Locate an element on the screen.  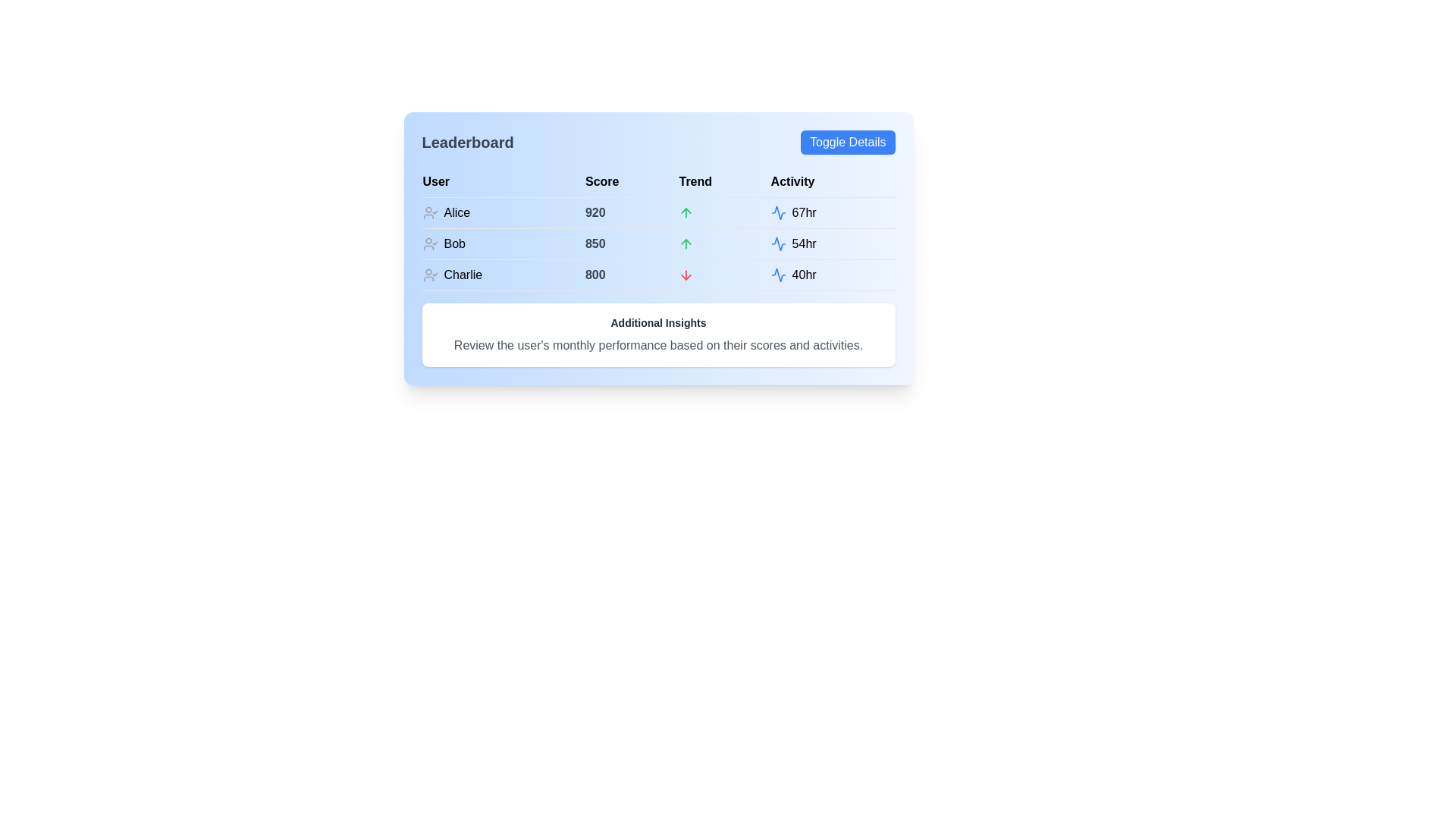
the trend and activity information in the leaderboard table row for user 'Bob', which includes a green upward arrow and the activity value of '54hr' is located at coordinates (658, 243).